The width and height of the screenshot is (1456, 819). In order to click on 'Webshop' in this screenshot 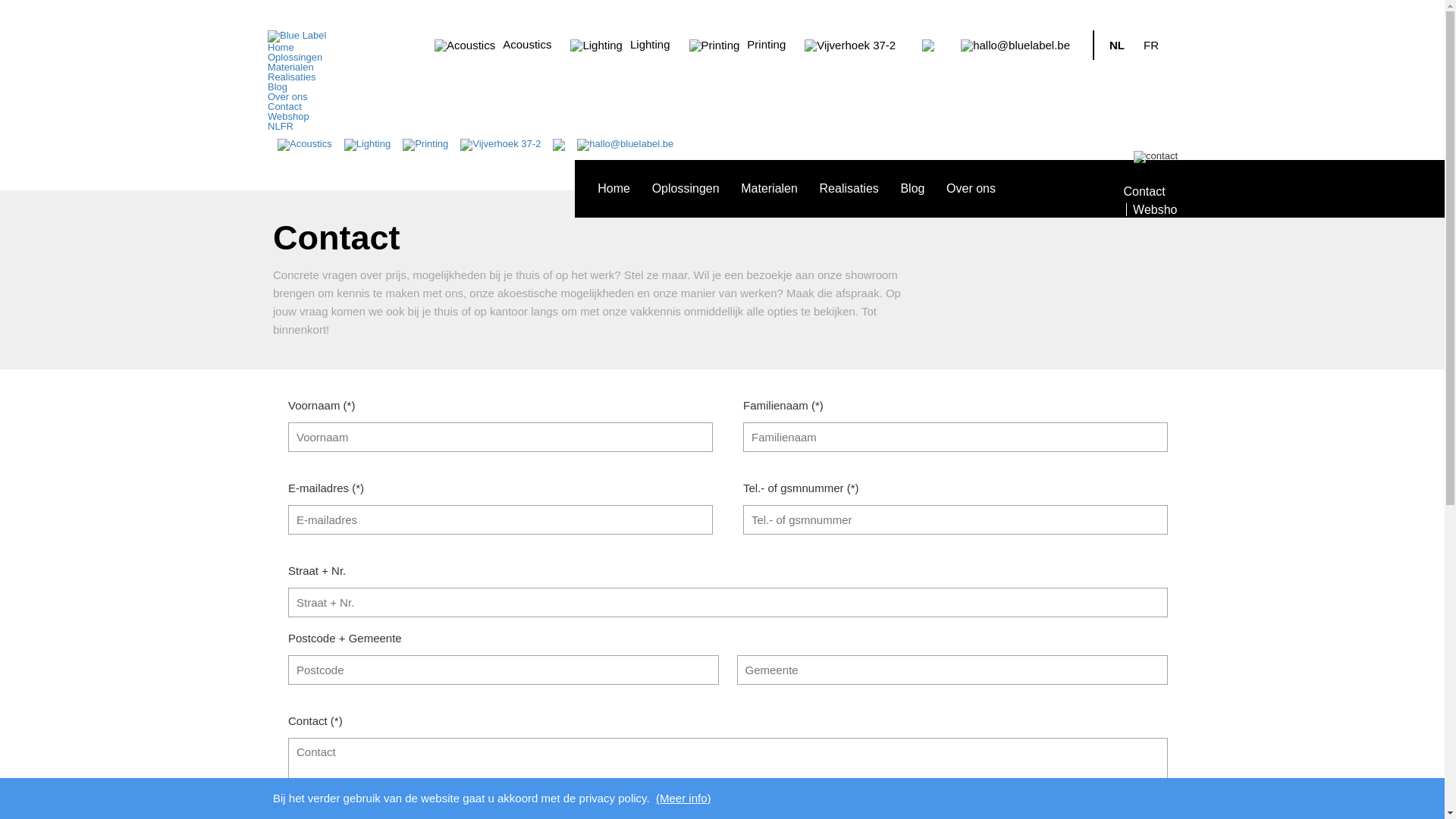, I will do `click(1125, 209)`.